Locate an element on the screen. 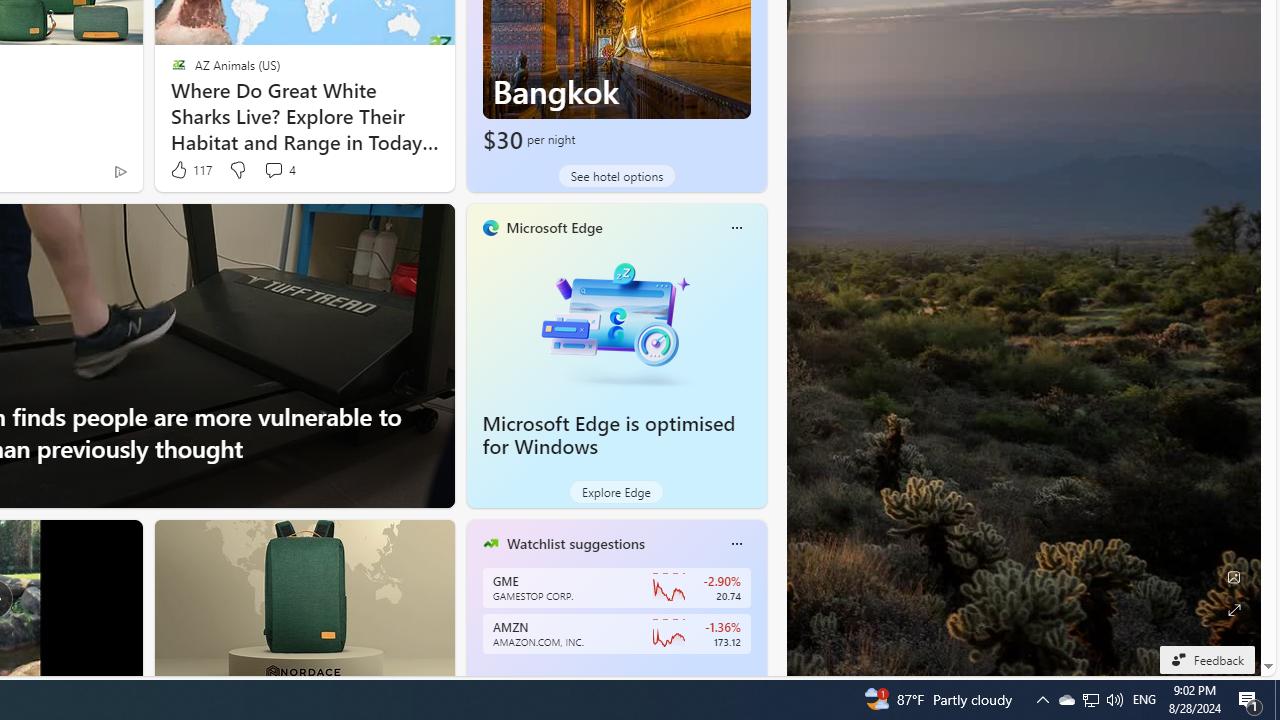 The height and width of the screenshot is (720, 1280). 'Edit Background' is located at coordinates (1232, 577).